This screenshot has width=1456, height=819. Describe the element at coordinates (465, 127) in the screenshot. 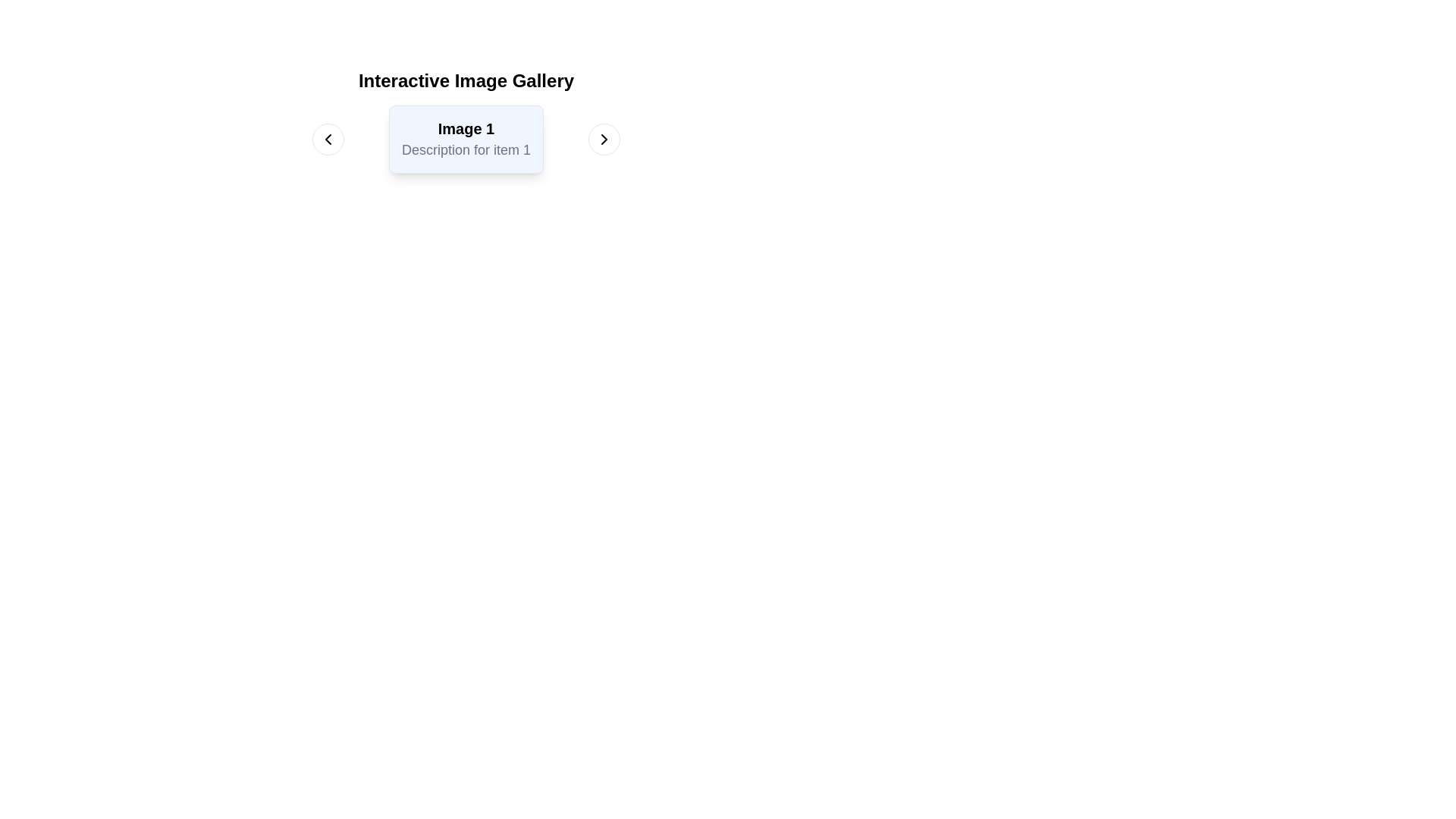

I see `the Text label displaying the title or label for 'Image 1', located at the top of the rounded blue-highlighted card` at that location.